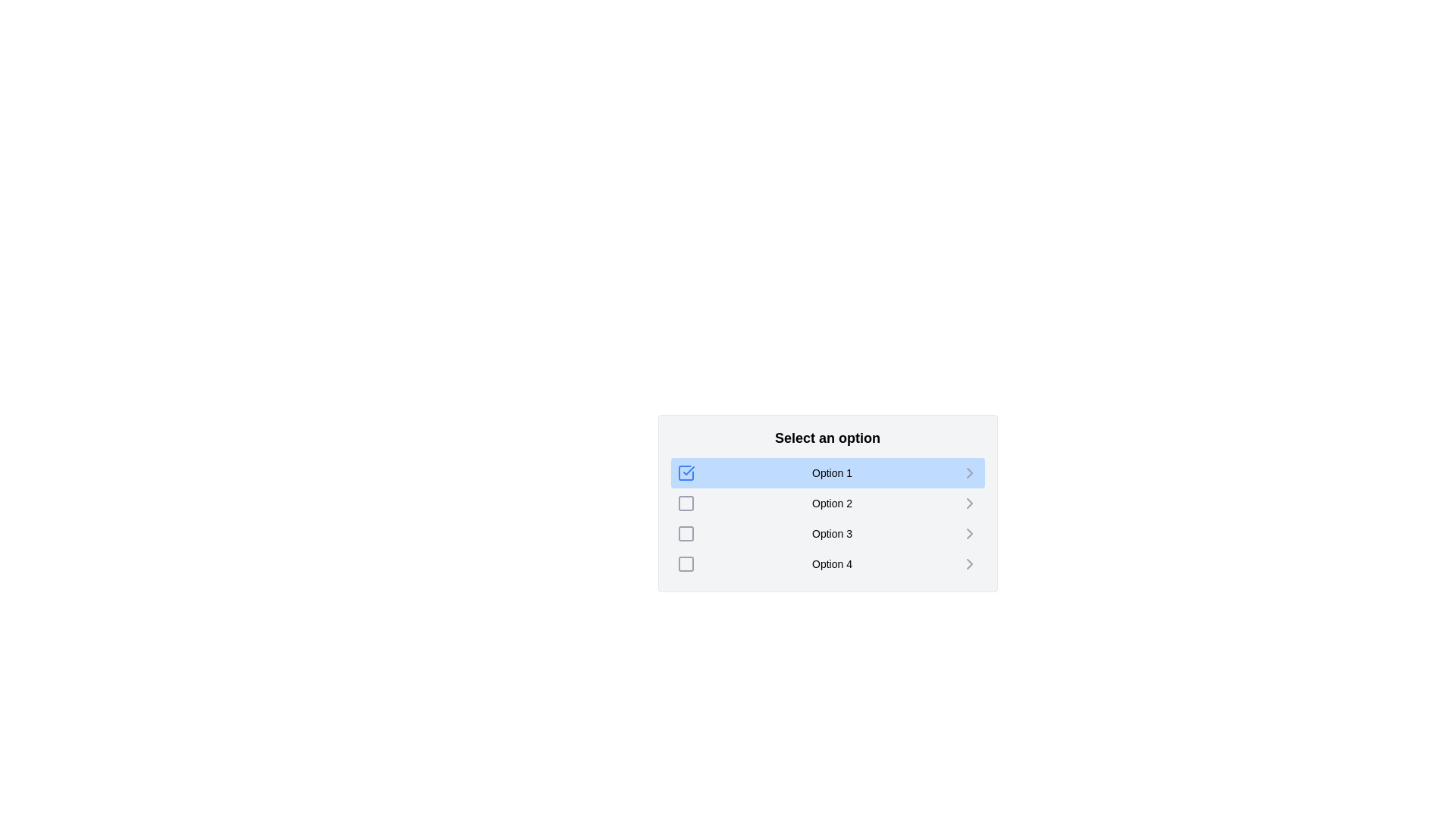 Image resolution: width=1456 pixels, height=819 pixels. Describe the element at coordinates (685, 564) in the screenshot. I see `the checkbox located to the left of the text 'Option 4', which is part of a selectable list and is in the fourth position within the list` at that location.